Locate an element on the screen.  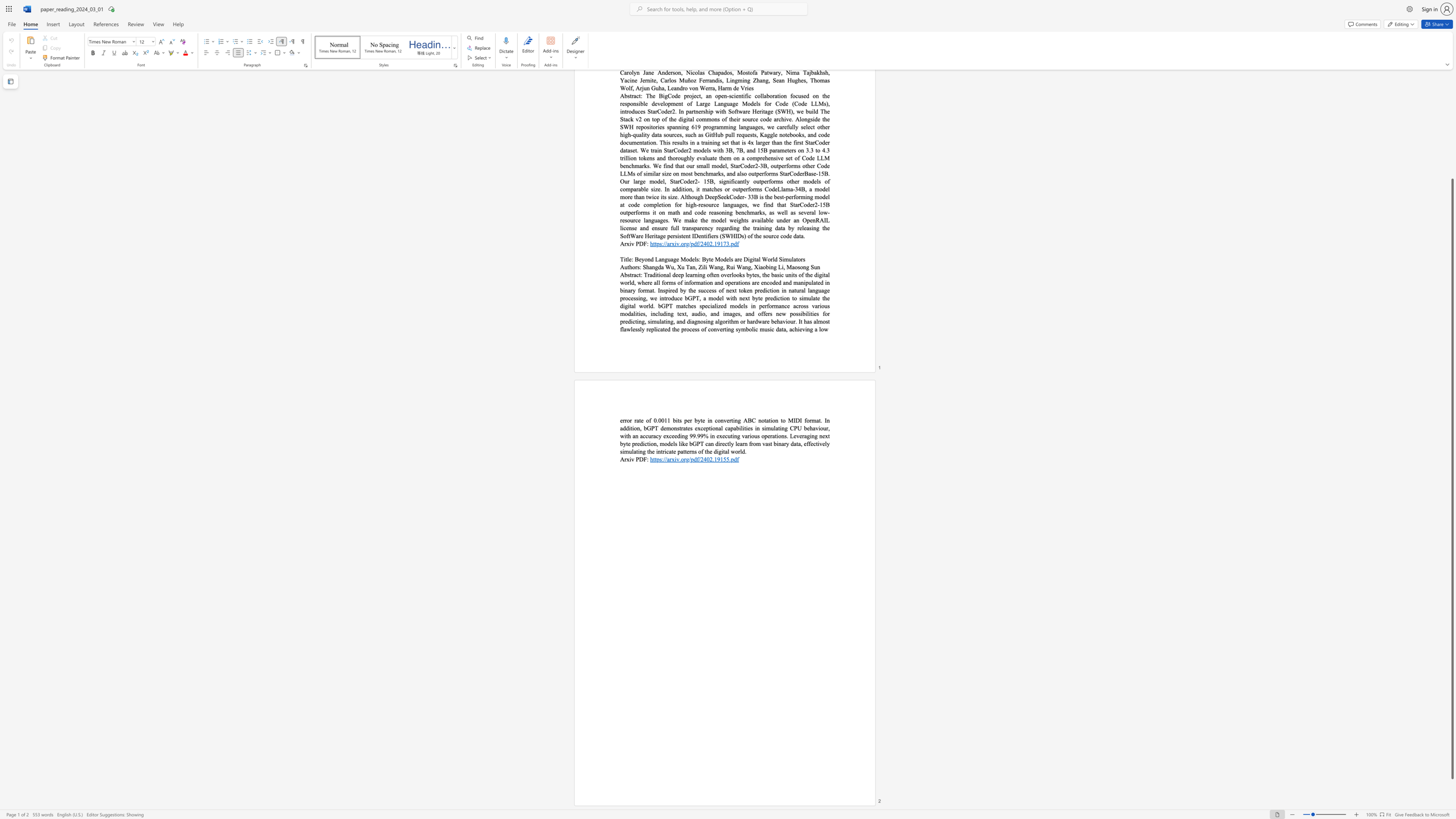
the vertical scrollbar to raise the page content is located at coordinates (1451, 144).